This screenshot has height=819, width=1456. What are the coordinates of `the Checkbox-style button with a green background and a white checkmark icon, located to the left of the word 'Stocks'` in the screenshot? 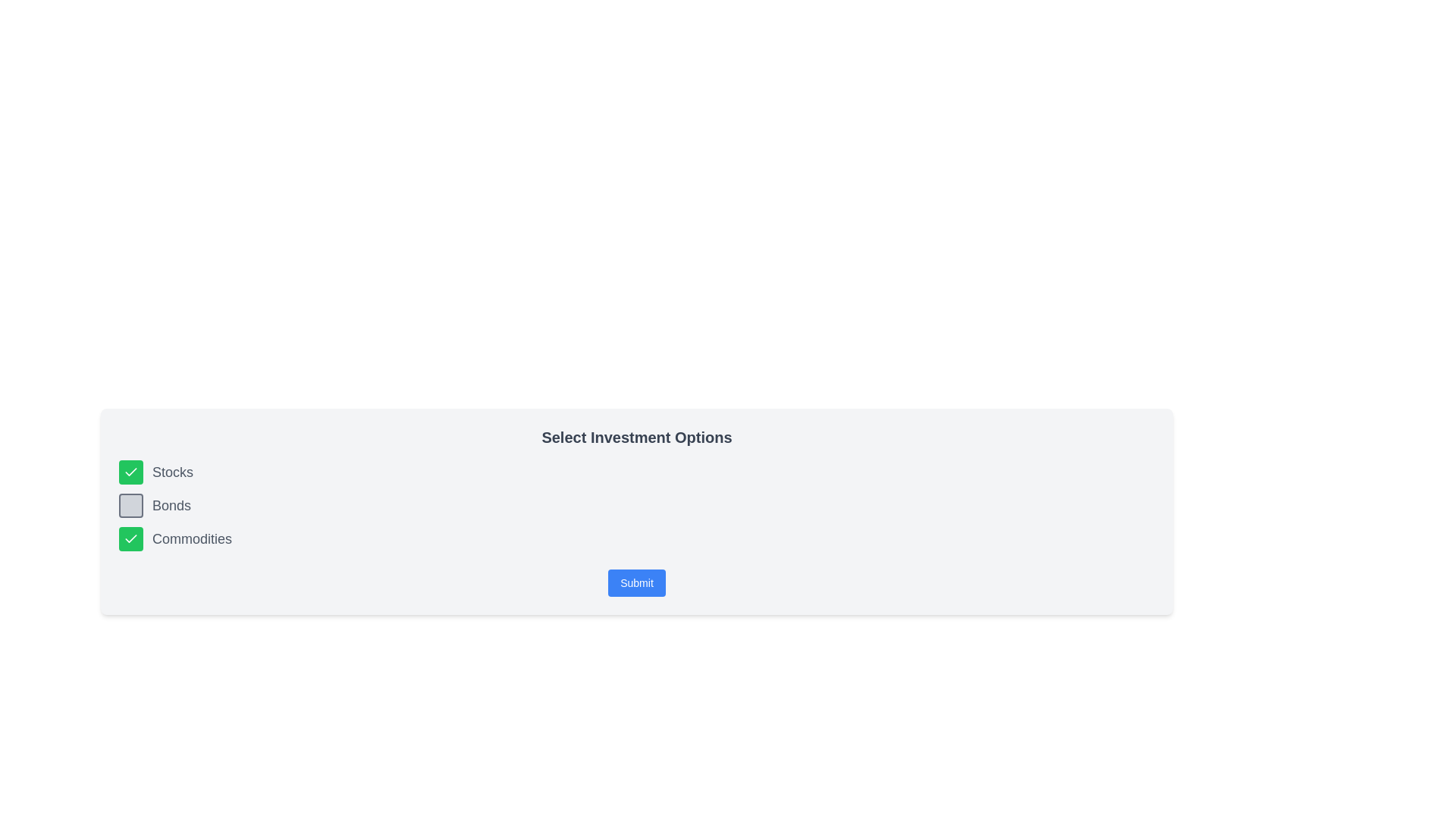 It's located at (130, 472).